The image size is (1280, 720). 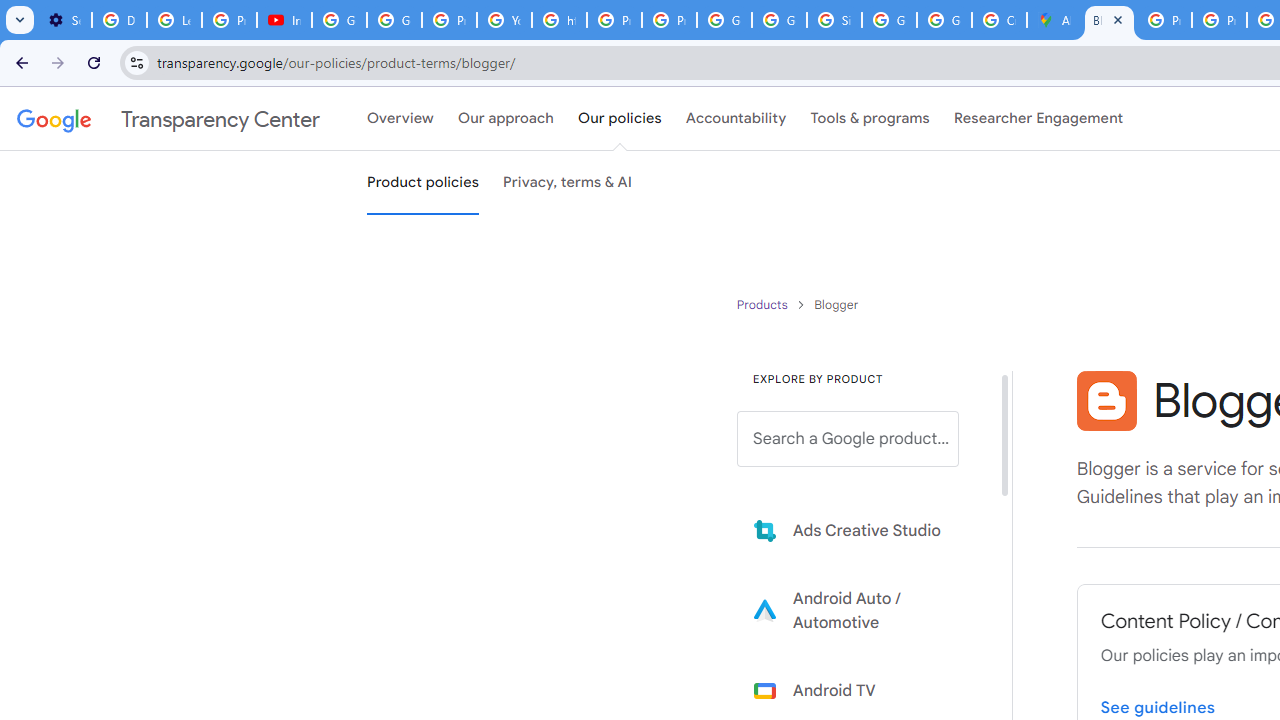 I want to click on 'Learn more about Android Auto', so click(x=862, y=609).